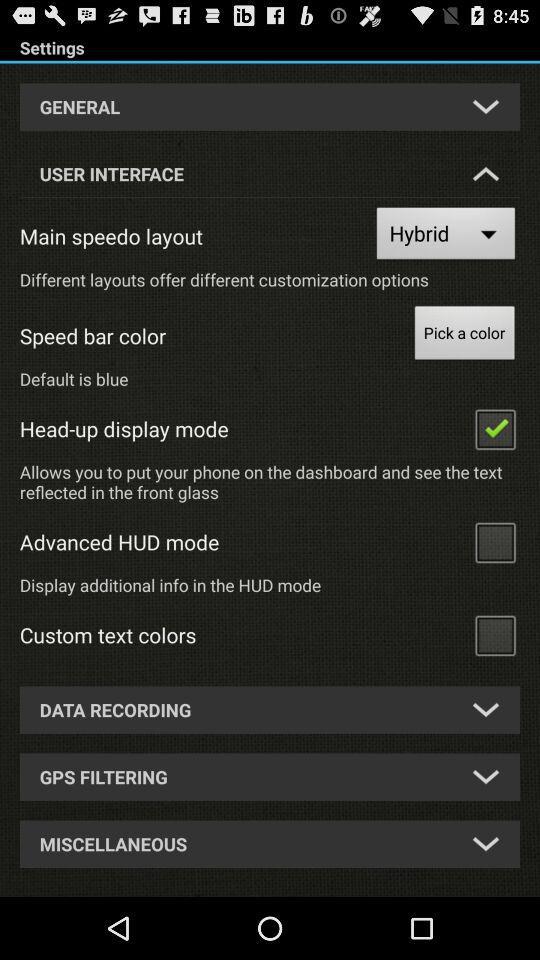 The width and height of the screenshot is (540, 960). What do you see at coordinates (494, 633) in the screenshot?
I see `custom text colors` at bounding box center [494, 633].